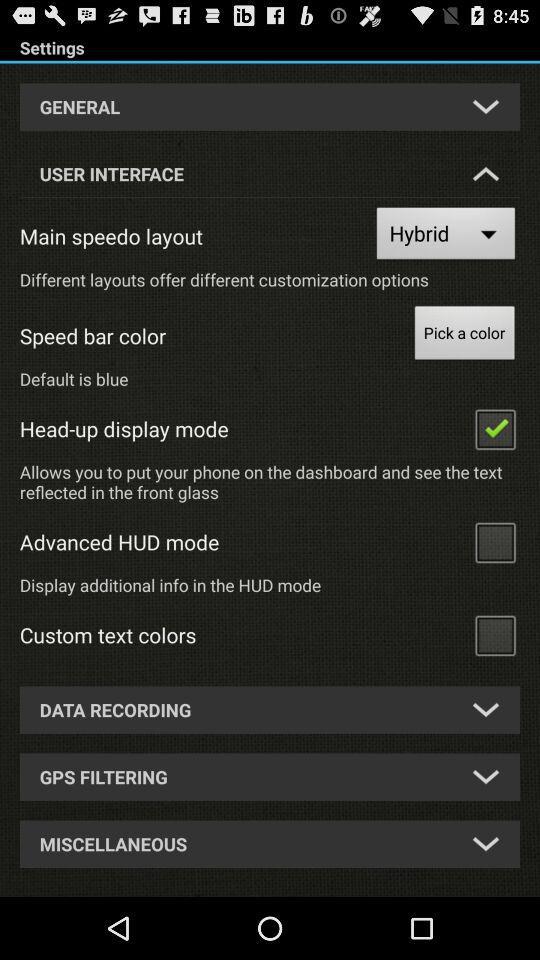 The width and height of the screenshot is (540, 960). What do you see at coordinates (494, 633) in the screenshot?
I see `custom text colors` at bounding box center [494, 633].